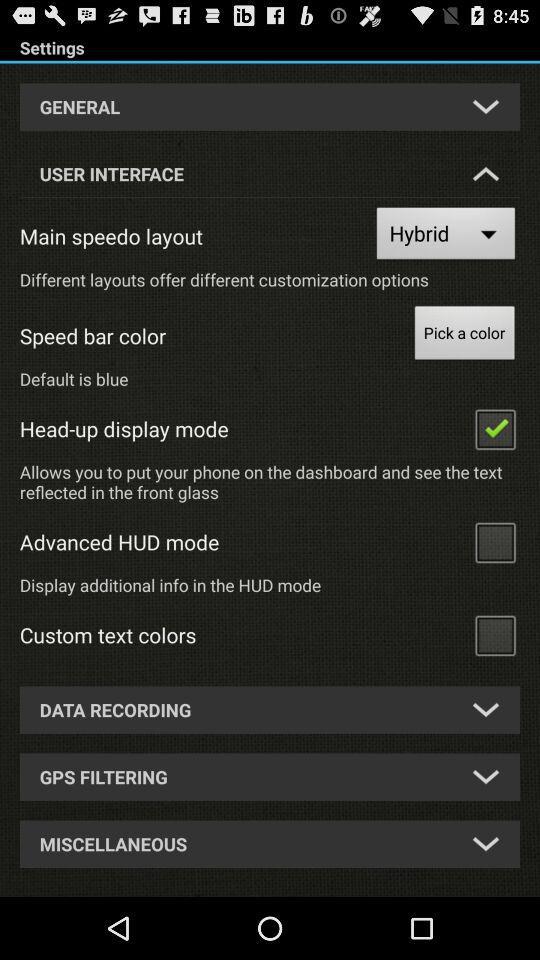 The width and height of the screenshot is (540, 960). What do you see at coordinates (494, 633) in the screenshot?
I see `custom text colors` at bounding box center [494, 633].